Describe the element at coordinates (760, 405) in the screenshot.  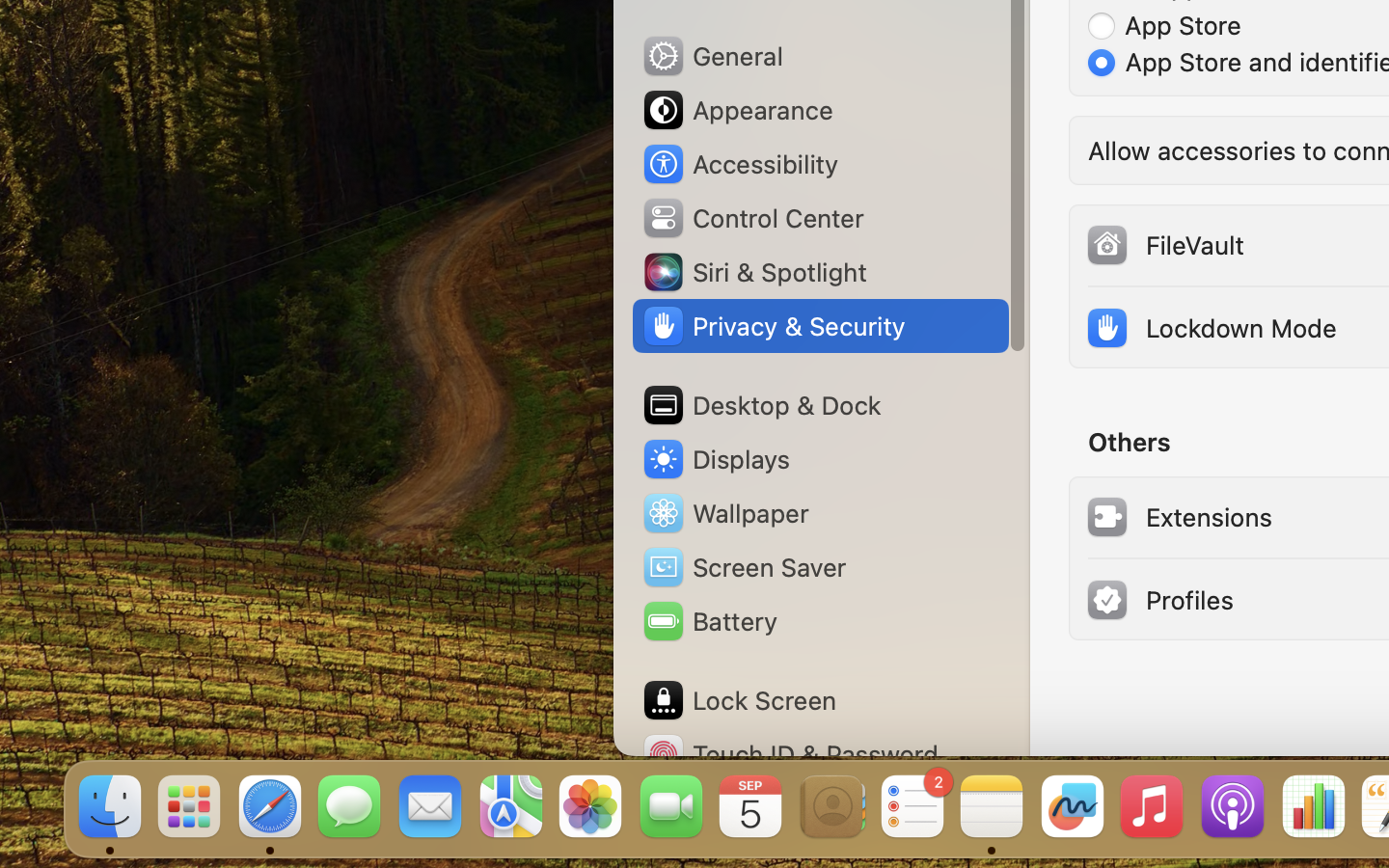
I see `'Desktop & Dock'` at that location.